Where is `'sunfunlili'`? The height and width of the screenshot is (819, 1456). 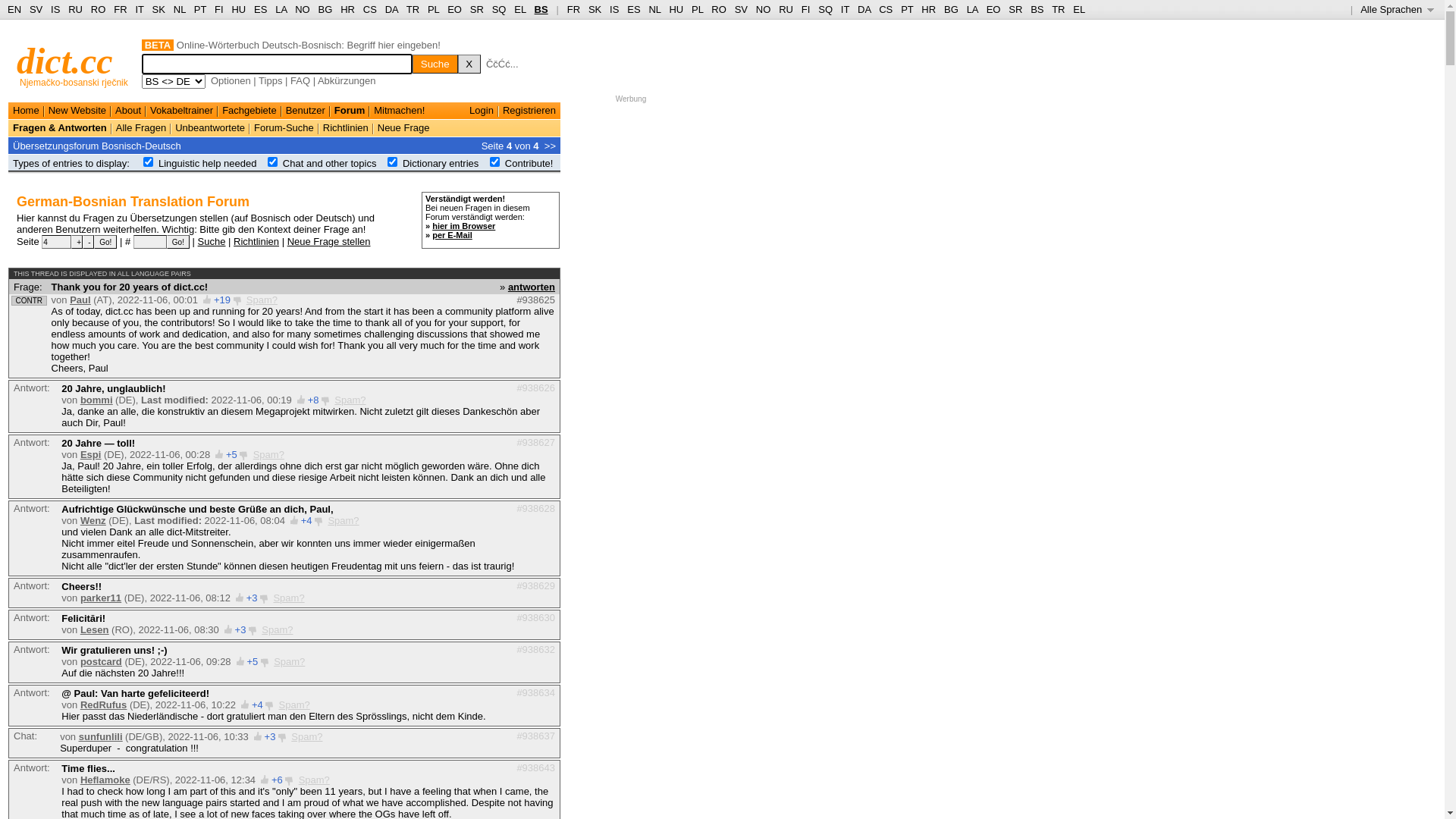 'sunfunlili' is located at coordinates (100, 736).